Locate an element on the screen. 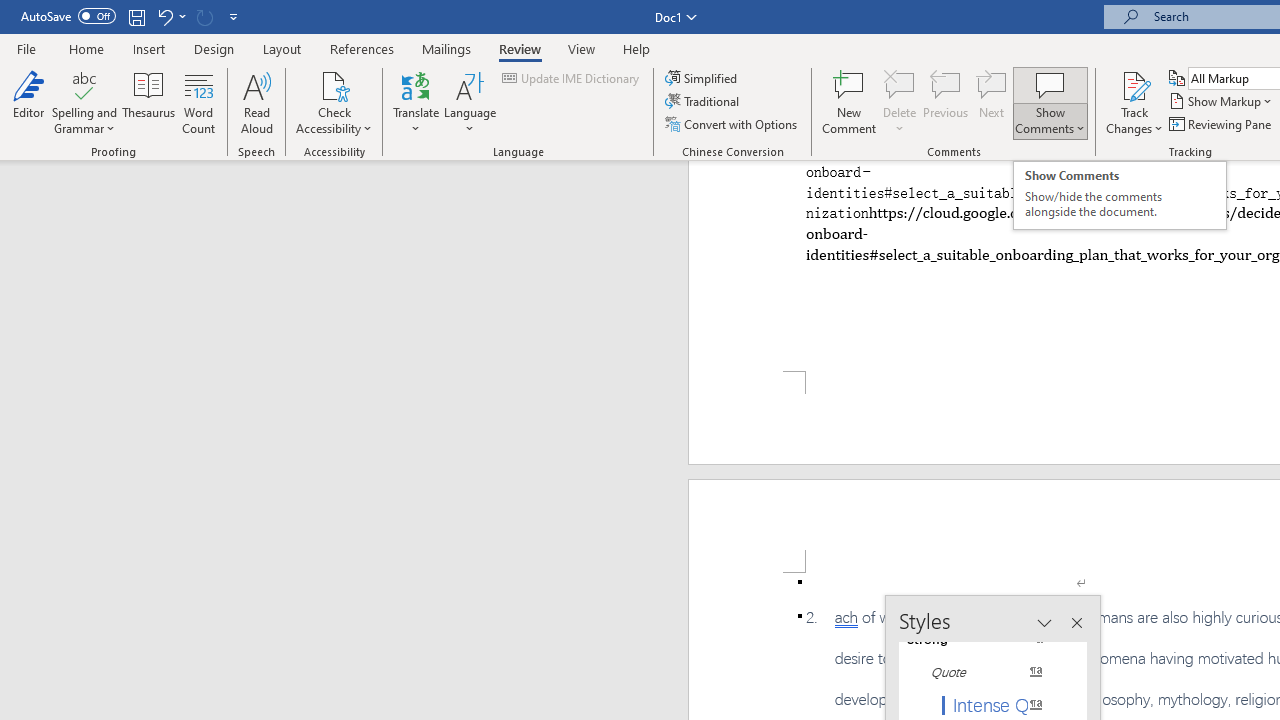 This screenshot has width=1280, height=720. 'Thesaurus...' is located at coordinates (148, 103).